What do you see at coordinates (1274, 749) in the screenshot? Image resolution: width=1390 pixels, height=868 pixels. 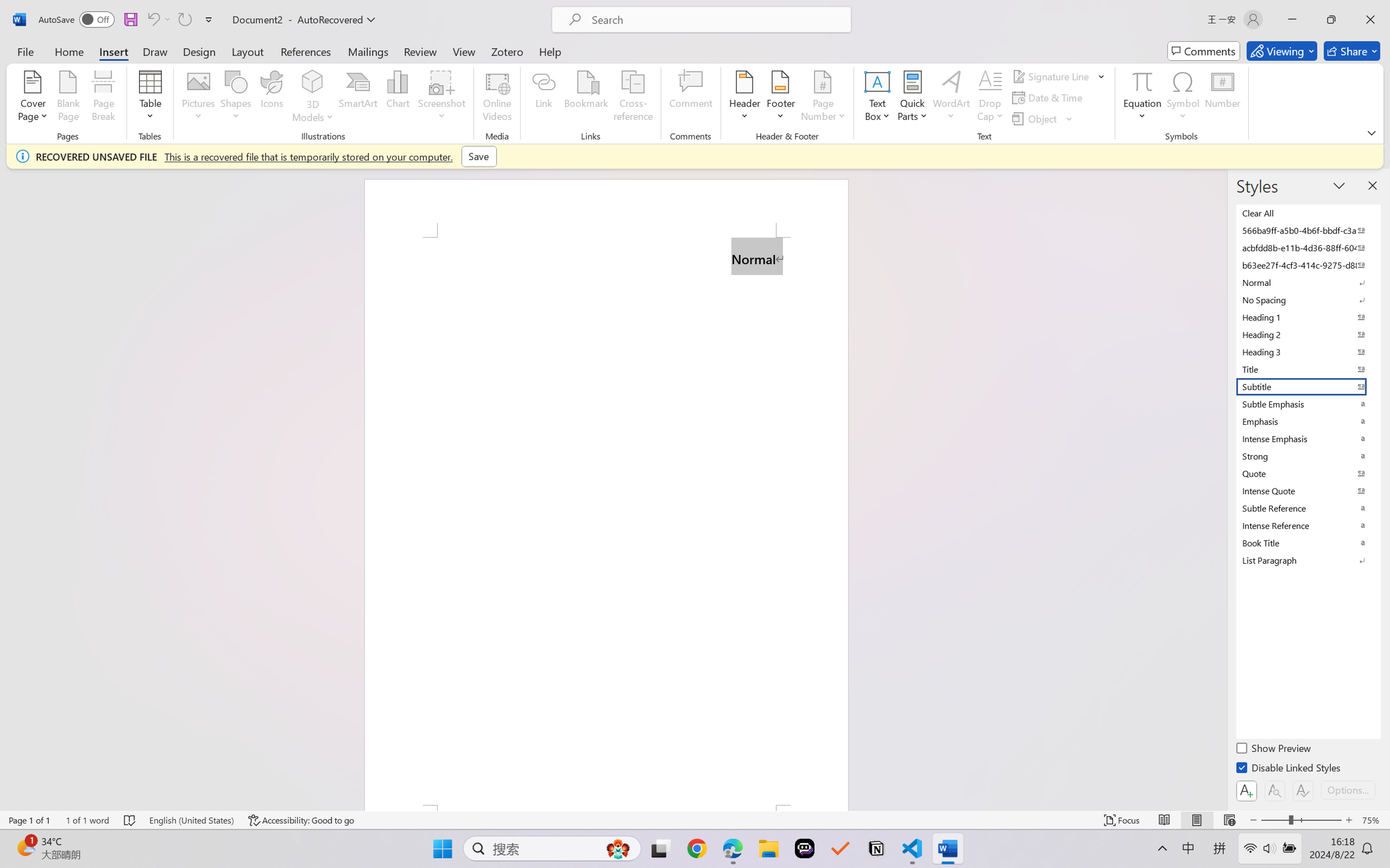 I see `'Show Preview'` at bounding box center [1274, 749].